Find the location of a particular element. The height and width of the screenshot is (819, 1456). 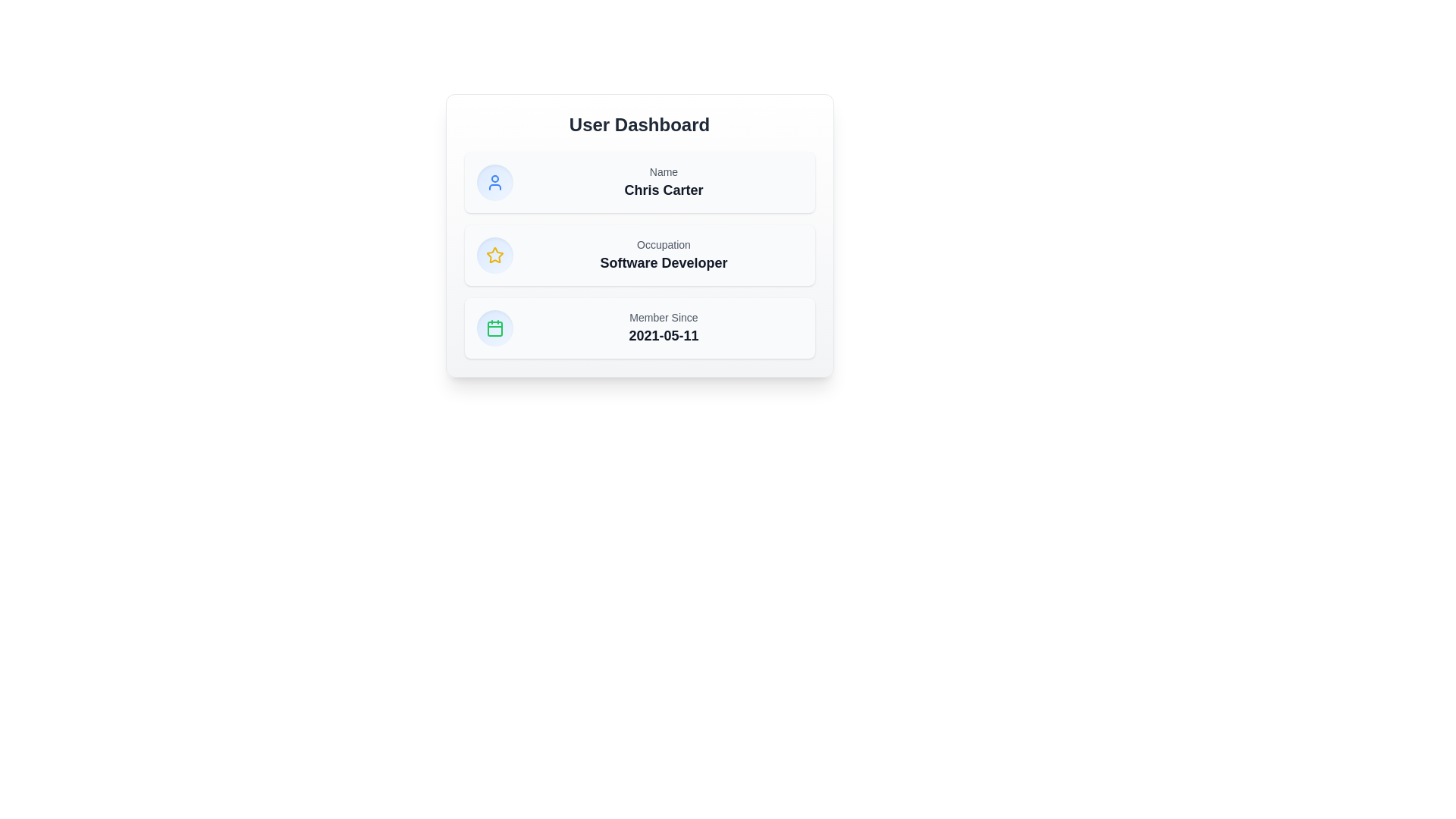

the 'Name' text label which displays the word 'Name' in gray color, small font size, and is aligned left, located above the text 'Chris Carter.' is located at coordinates (664, 171).